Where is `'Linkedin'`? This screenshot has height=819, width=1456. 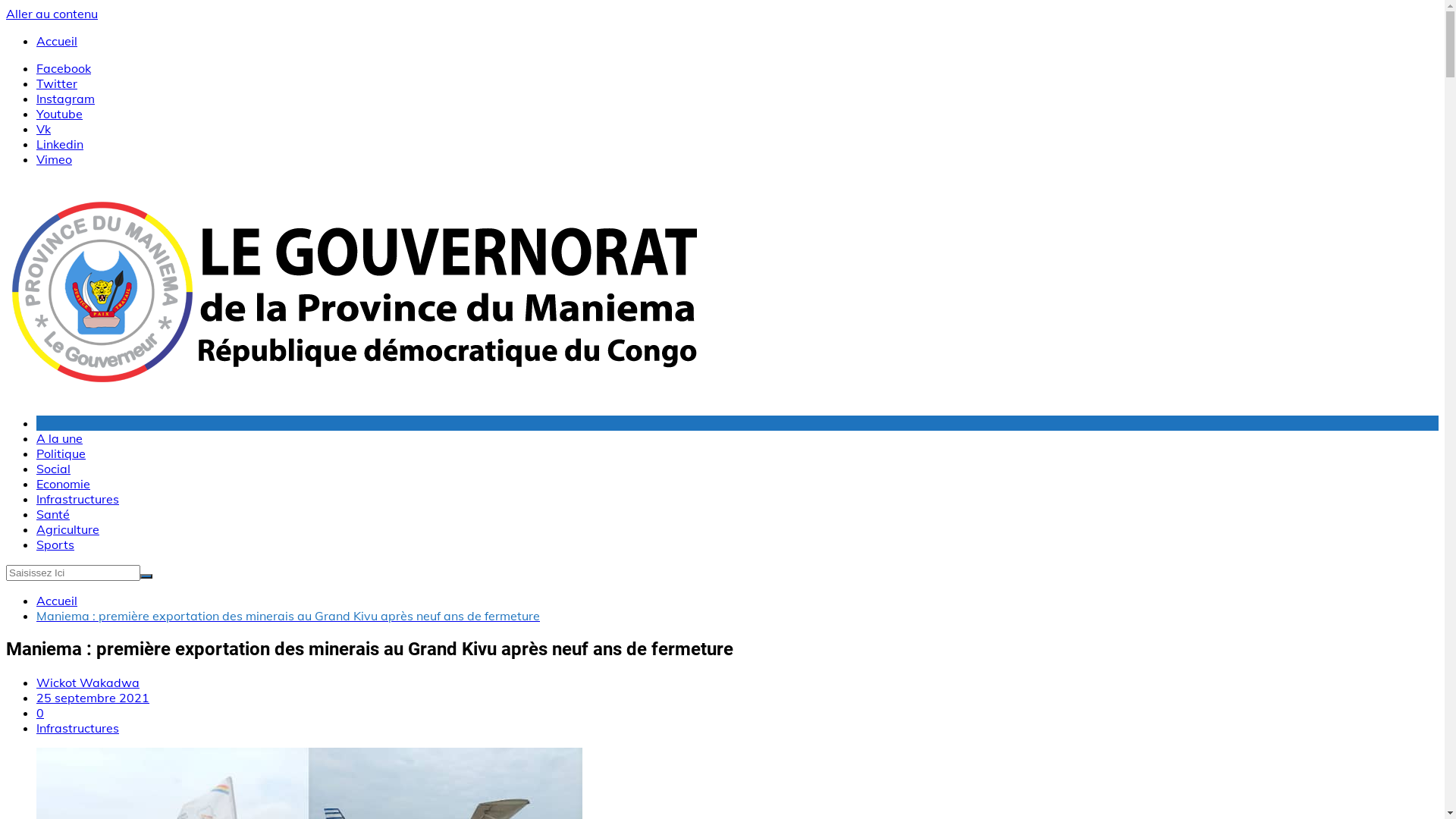
'Linkedin' is located at coordinates (59, 143).